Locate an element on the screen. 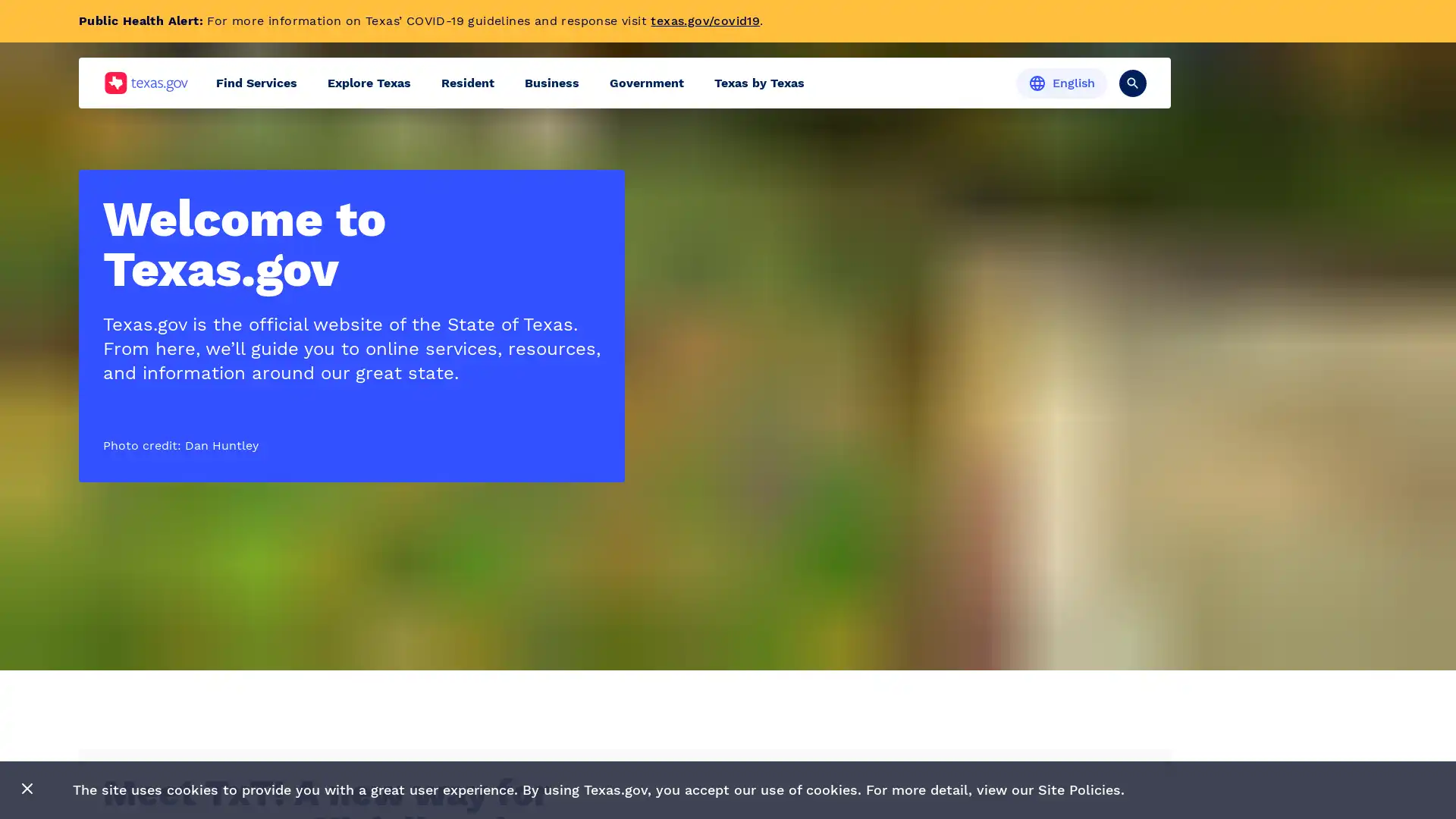 The height and width of the screenshot is (819, 1456). Search is located at coordinates (1132, 82).